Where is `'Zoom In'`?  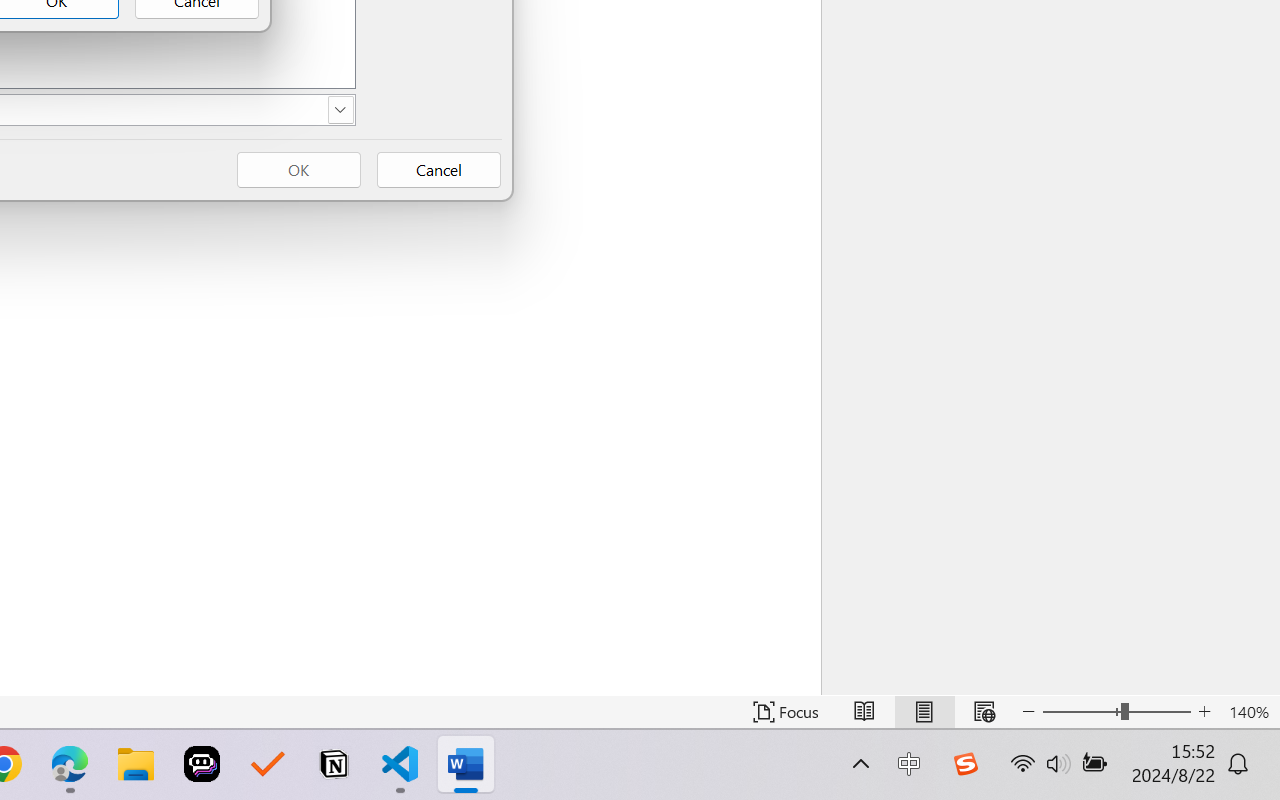 'Zoom In' is located at coordinates (1204, 711).